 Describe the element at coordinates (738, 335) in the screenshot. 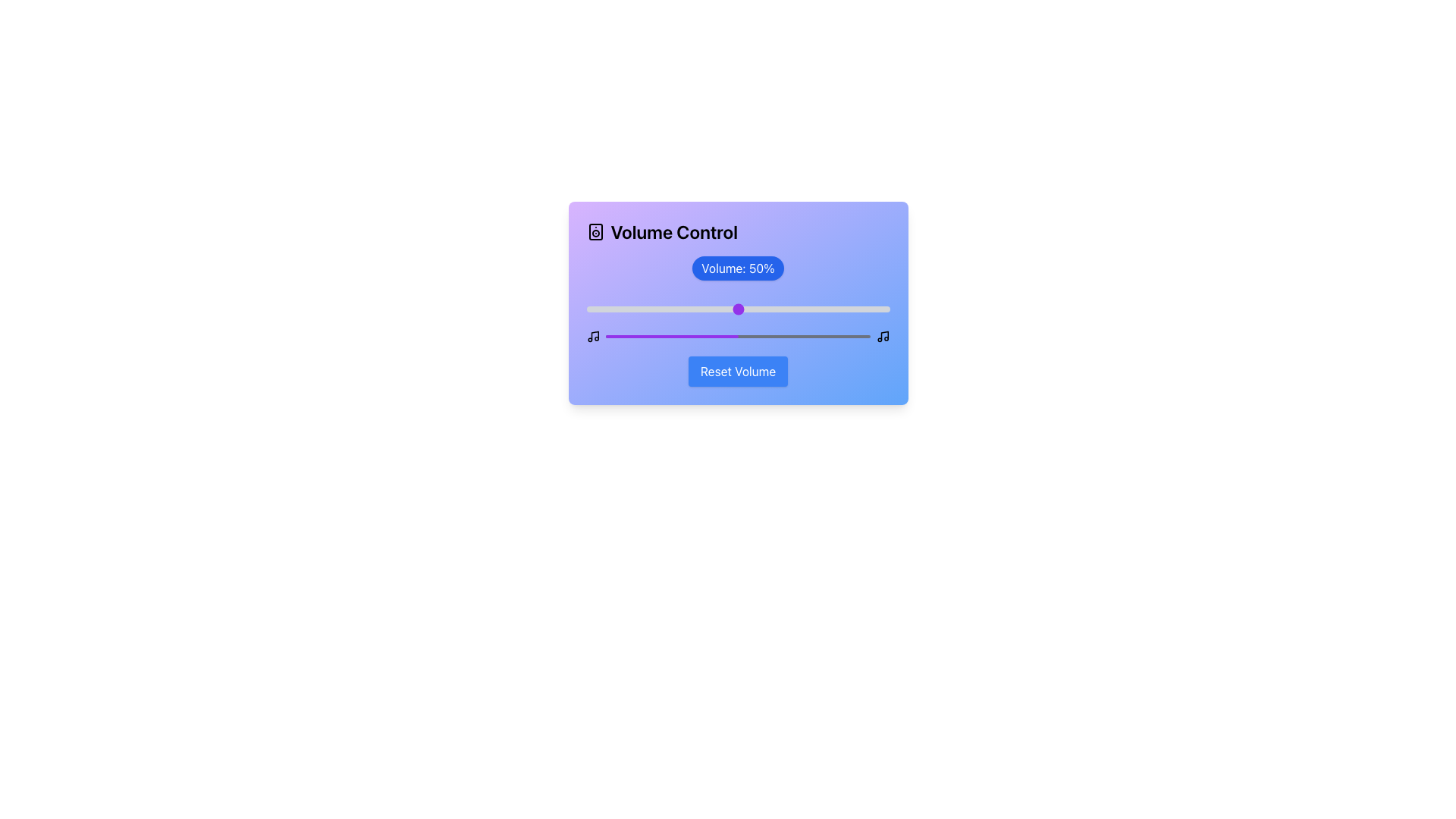

I see `the horizontal progress bar in the volume control interface, which is light gray with a purple filling occupying half its length` at that location.